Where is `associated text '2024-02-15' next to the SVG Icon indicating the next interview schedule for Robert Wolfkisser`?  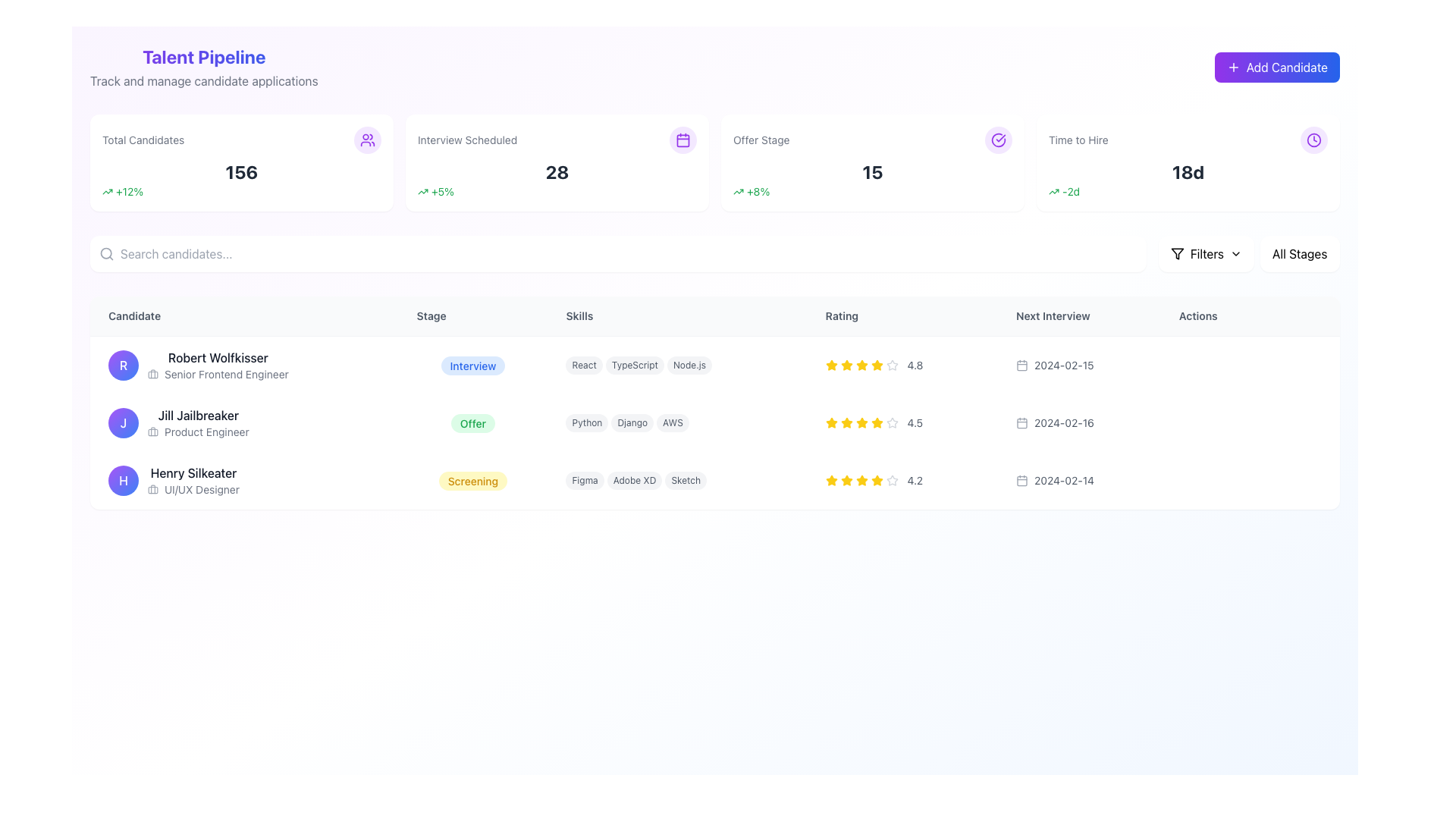 associated text '2024-02-15' next to the SVG Icon indicating the next interview schedule for Robert Wolfkisser is located at coordinates (1022, 366).